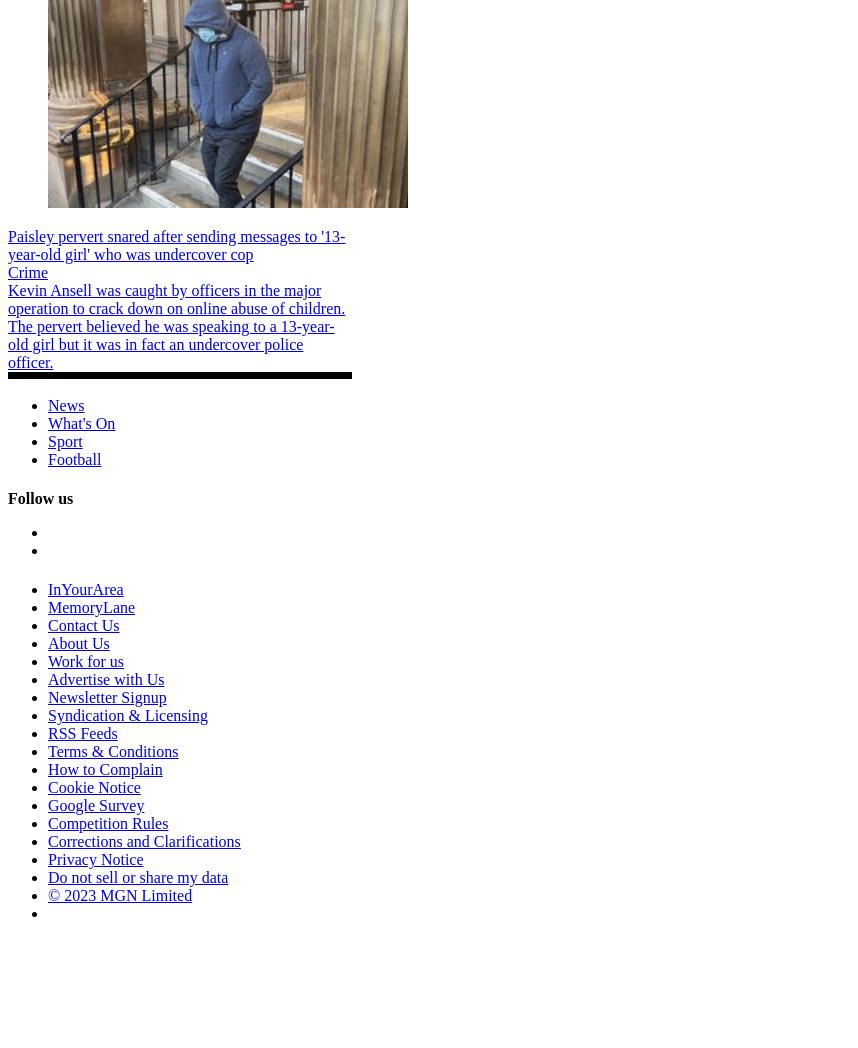  I want to click on 'Work for us', so click(84, 661).